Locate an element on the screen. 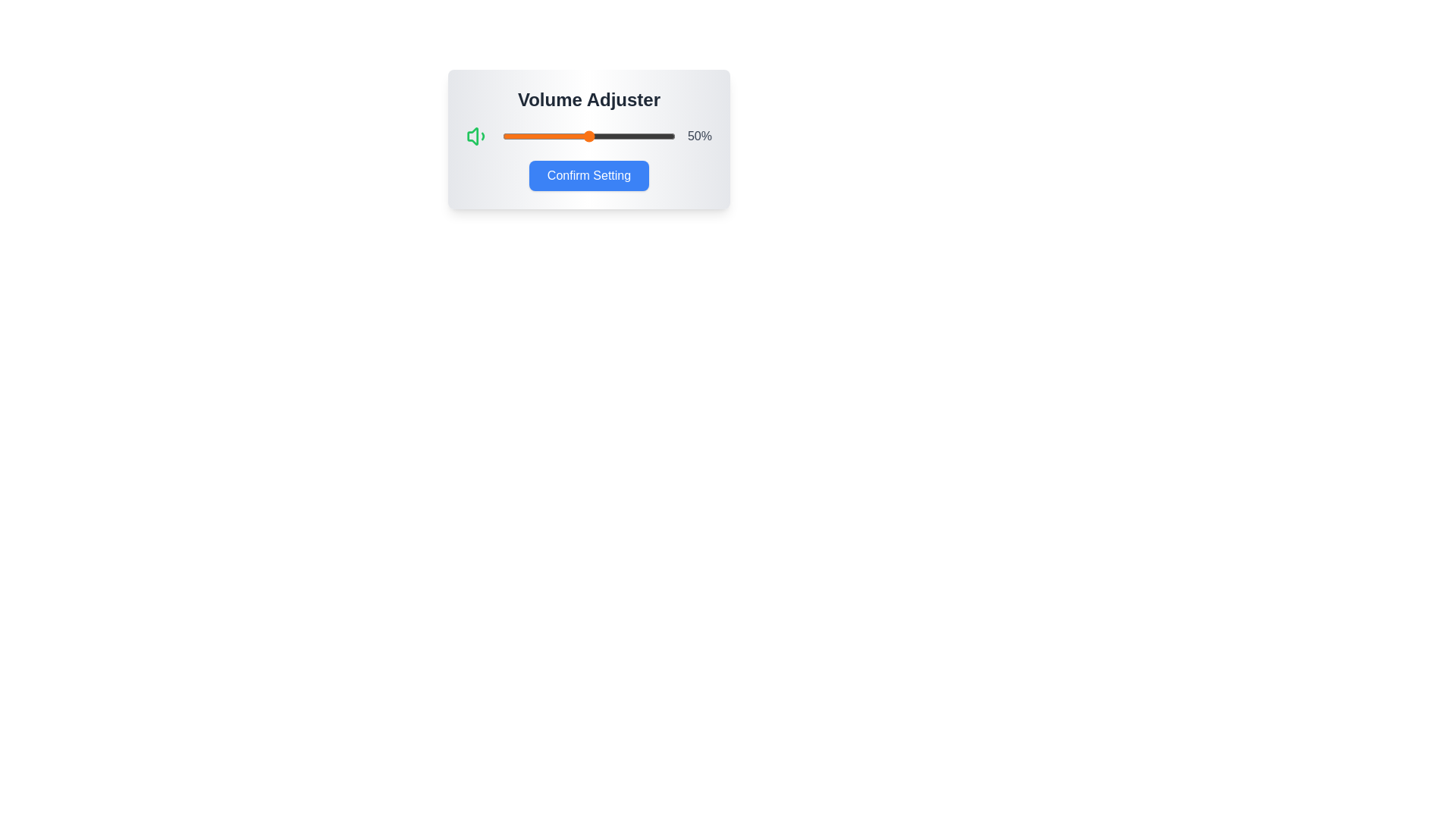  the volume slider to 2% is located at coordinates (506, 136).